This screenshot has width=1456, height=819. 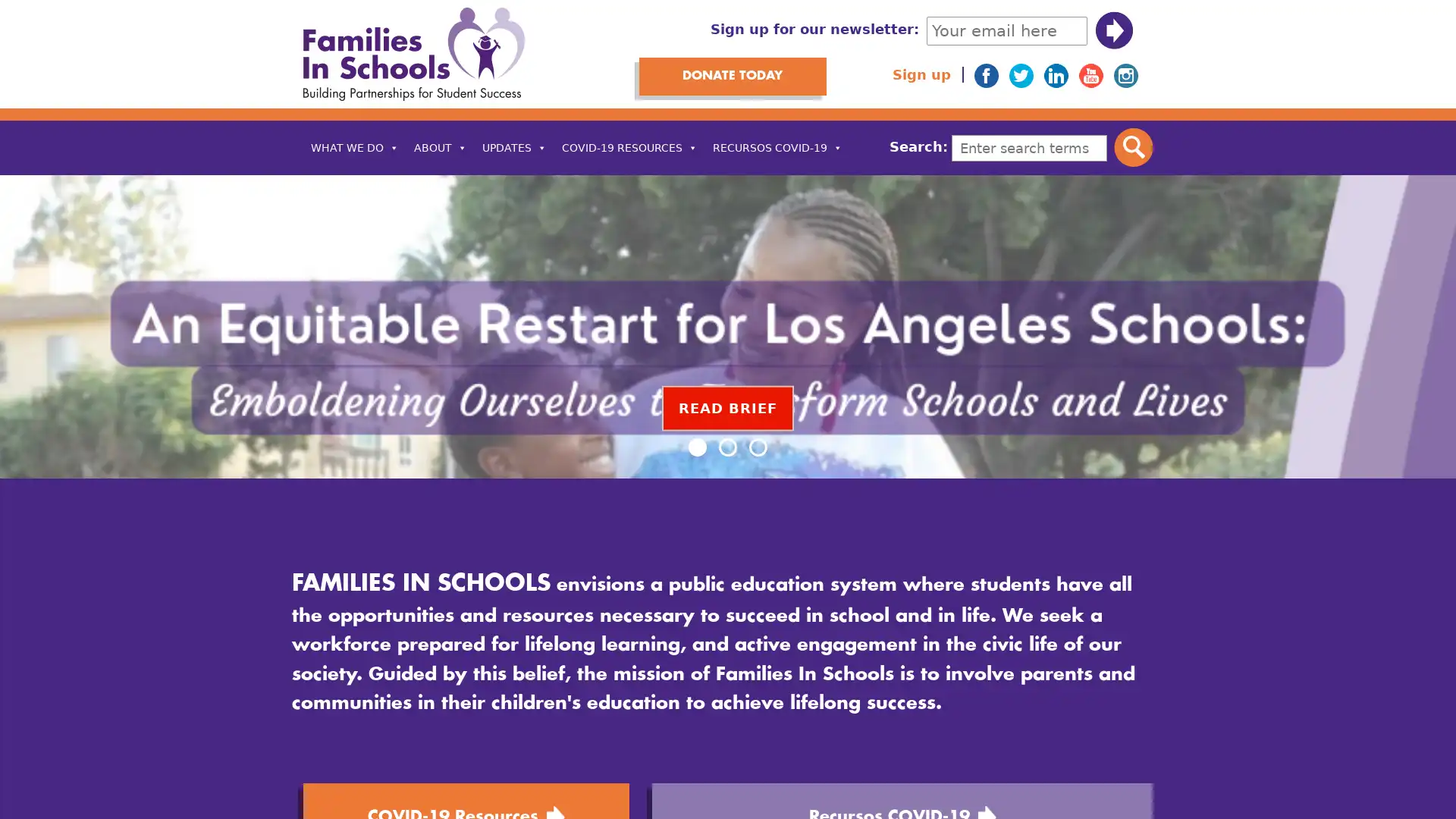 What do you see at coordinates (1113, 30) in the screenshot?
I see `SUBMIT` at bounding box center [1113, 30].